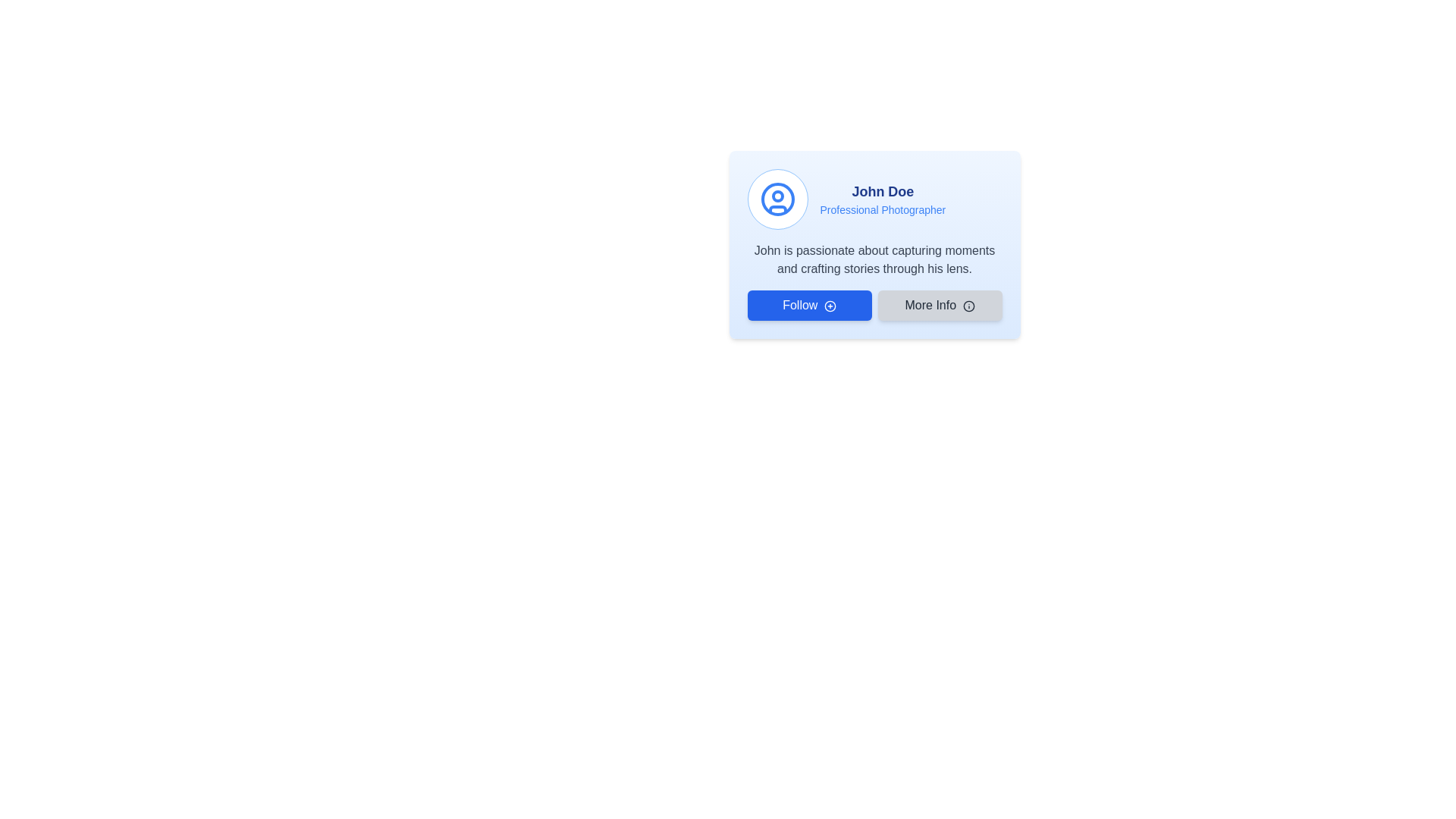  I want to click on the circular outline styled as part of the 'Follow' button's graphical icon component, which is positioned centrally within the button and has a thin stroke, so click(829, 306).